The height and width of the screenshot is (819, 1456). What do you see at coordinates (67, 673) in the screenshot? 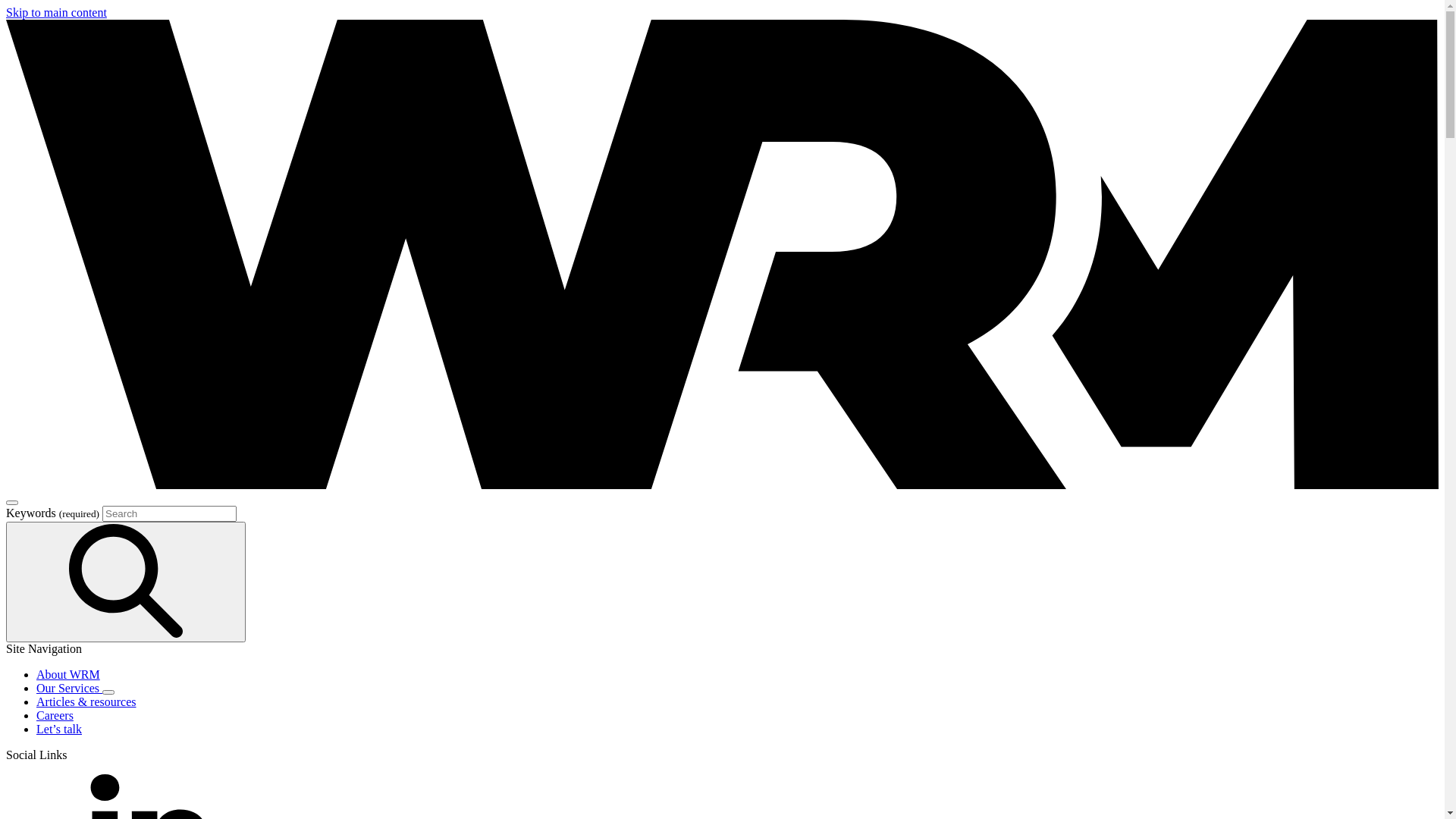
I see `'About WRM'` at bounding box center [67, 673].